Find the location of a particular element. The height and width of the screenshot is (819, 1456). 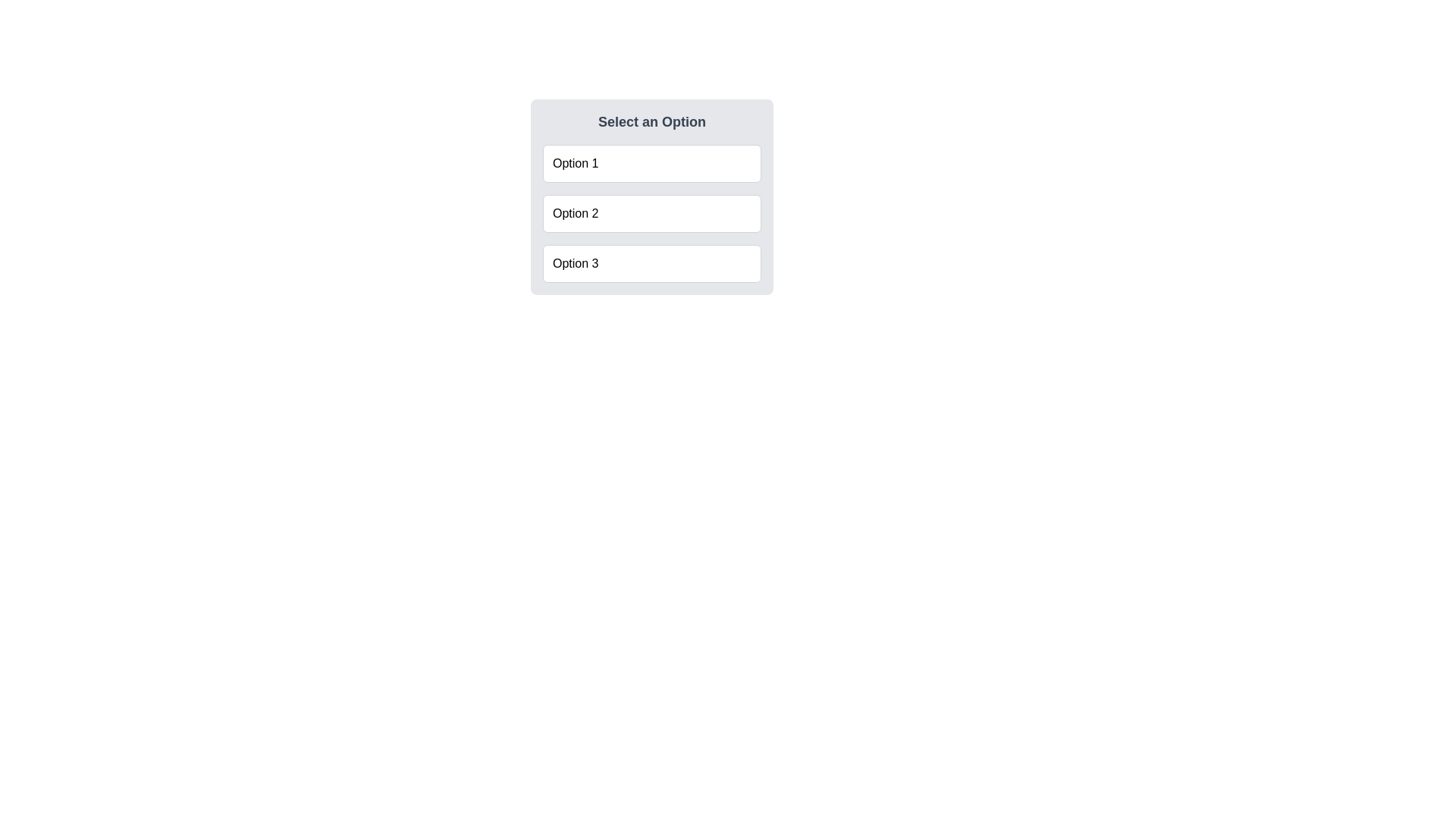

the text label 'Option 2' located in the second option card with a light gray border and background, which is part of a vertically stacked series of three option cards is located at coordinates (575, 213).